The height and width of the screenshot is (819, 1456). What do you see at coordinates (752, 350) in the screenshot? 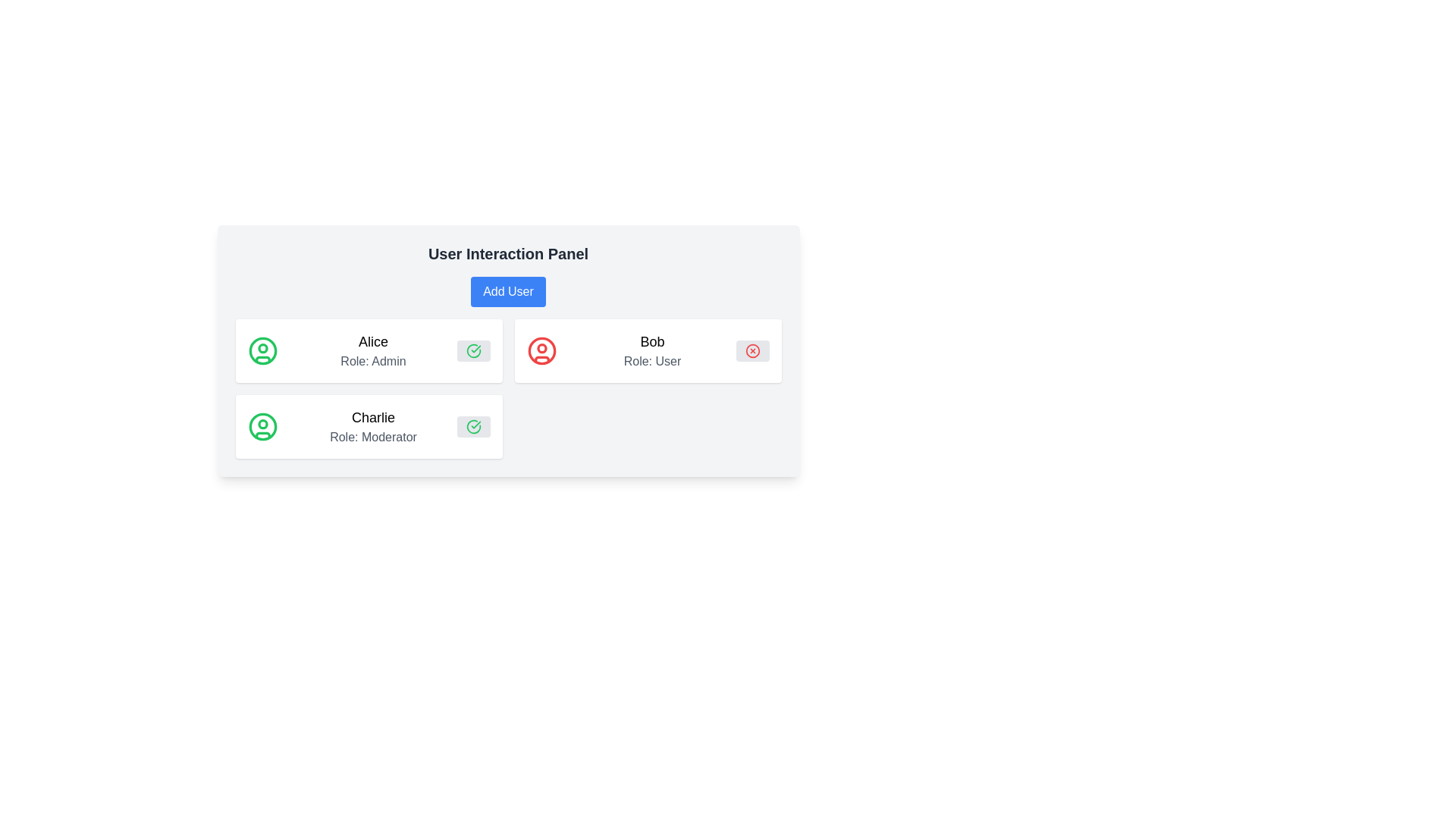
I see `the Circle SVG element that visually forms the 'X' icon for the user panel card associated with 'Bob' located in the top-right area of the user interaction panel` at bounding box center [752, 350].